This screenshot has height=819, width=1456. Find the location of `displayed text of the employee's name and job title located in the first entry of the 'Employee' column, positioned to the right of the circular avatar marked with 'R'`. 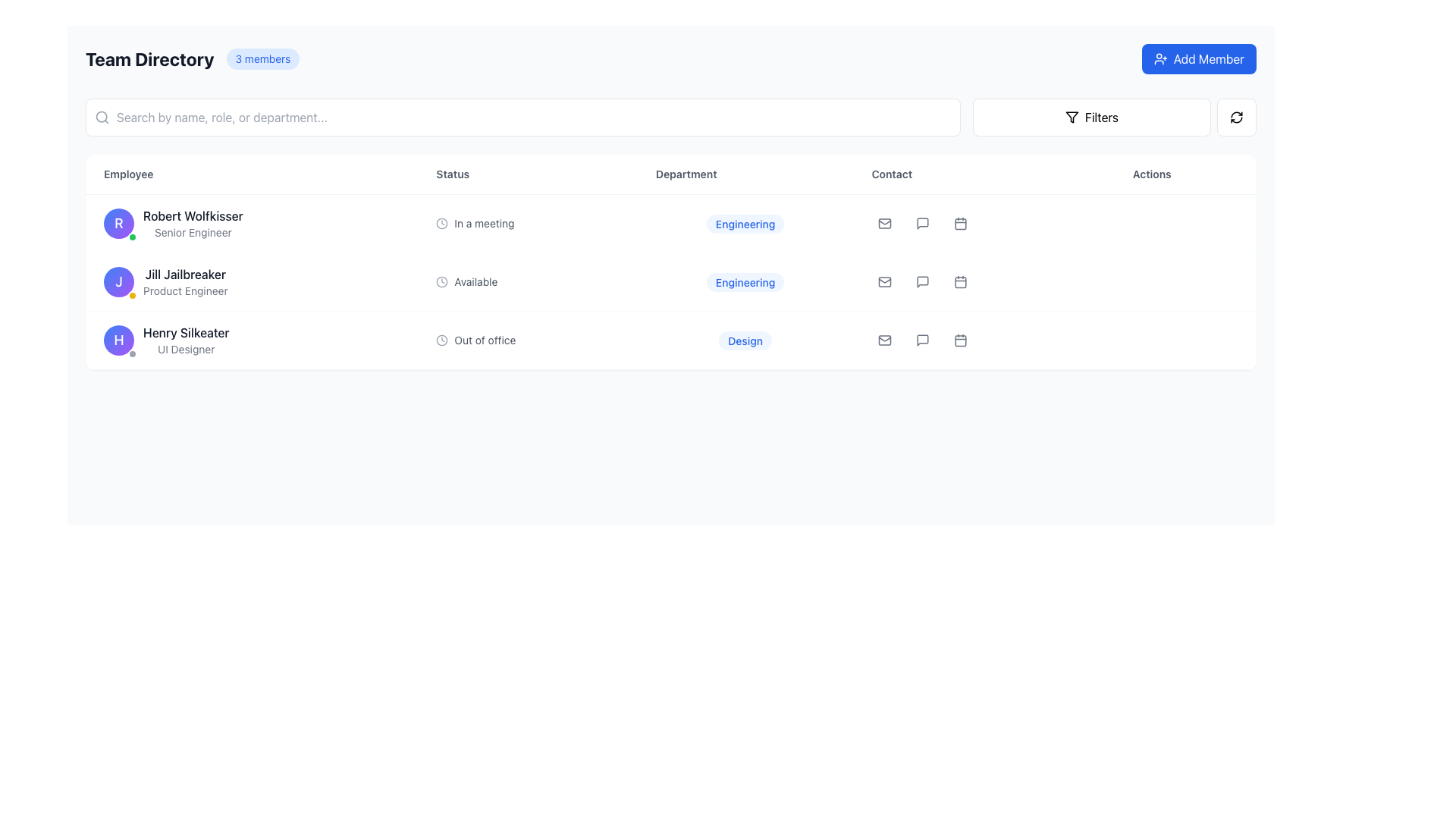

displayed text of the employee's name and job title located in the first entry of the 'Employee' column, positioned to the right of the circular avatar marked with 'R' is located at coordinates (192, 223).